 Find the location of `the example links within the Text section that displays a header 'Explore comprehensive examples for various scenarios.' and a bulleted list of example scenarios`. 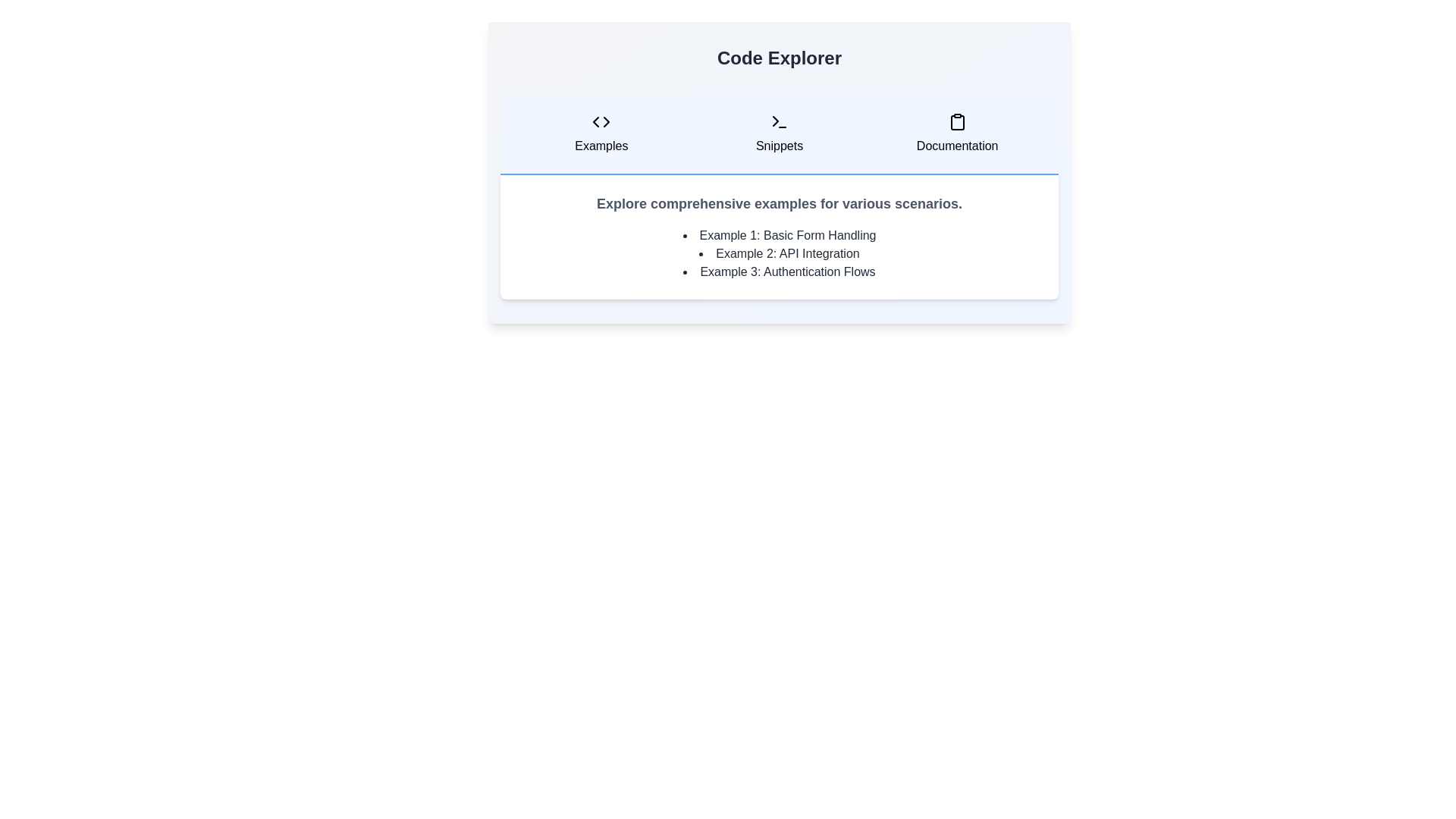

the example links within the Text section that displays a header 'Explore comprehensive examples for various scenarios.' and a bulleted list of example scenarios is located at coordinates (779, 196).